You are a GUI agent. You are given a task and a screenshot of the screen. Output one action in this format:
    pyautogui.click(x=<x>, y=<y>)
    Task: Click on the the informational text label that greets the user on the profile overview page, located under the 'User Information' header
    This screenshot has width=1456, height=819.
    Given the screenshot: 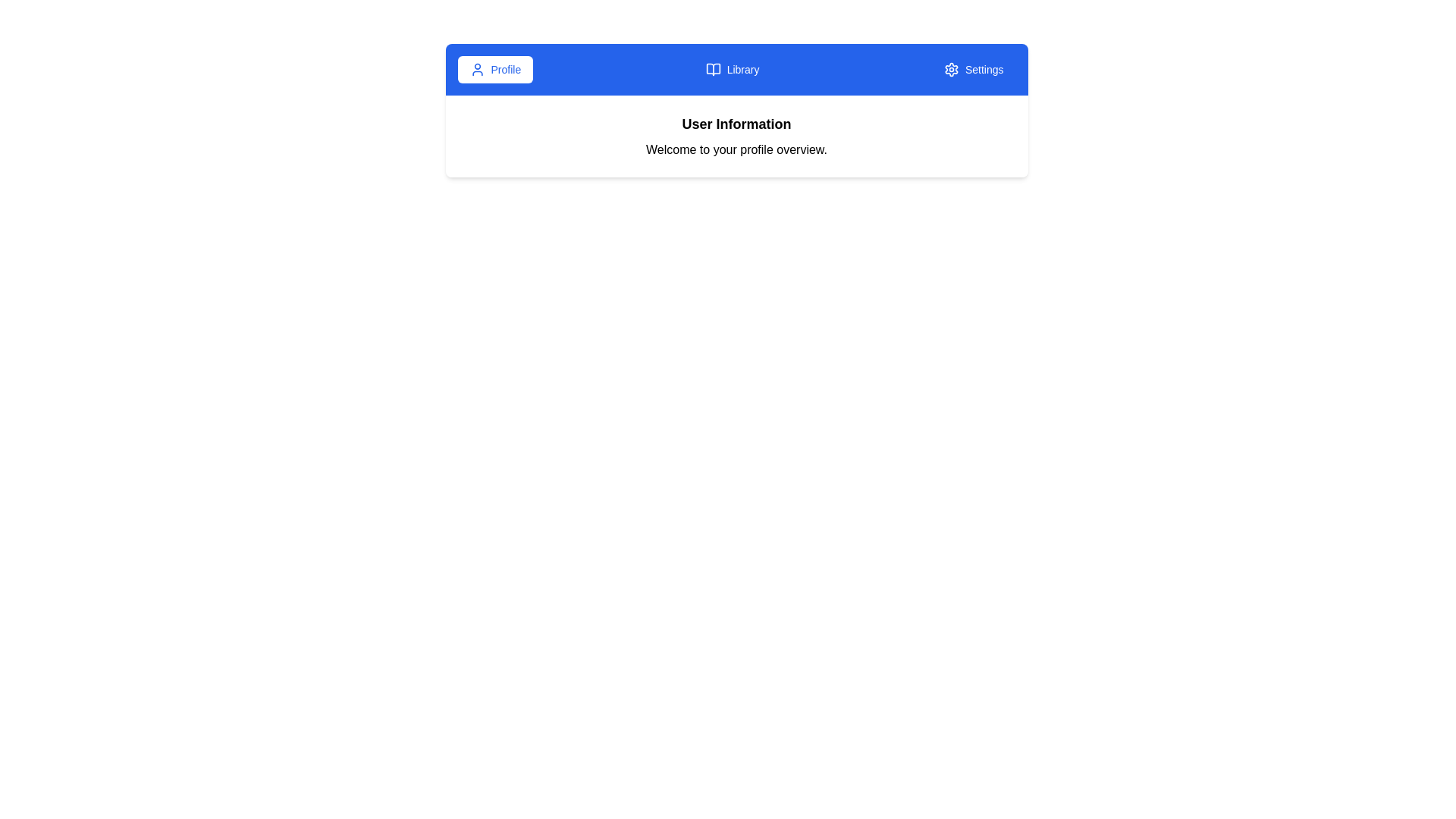 What is the action you would take?
    pyautogui.click(x=736, y=149)
    